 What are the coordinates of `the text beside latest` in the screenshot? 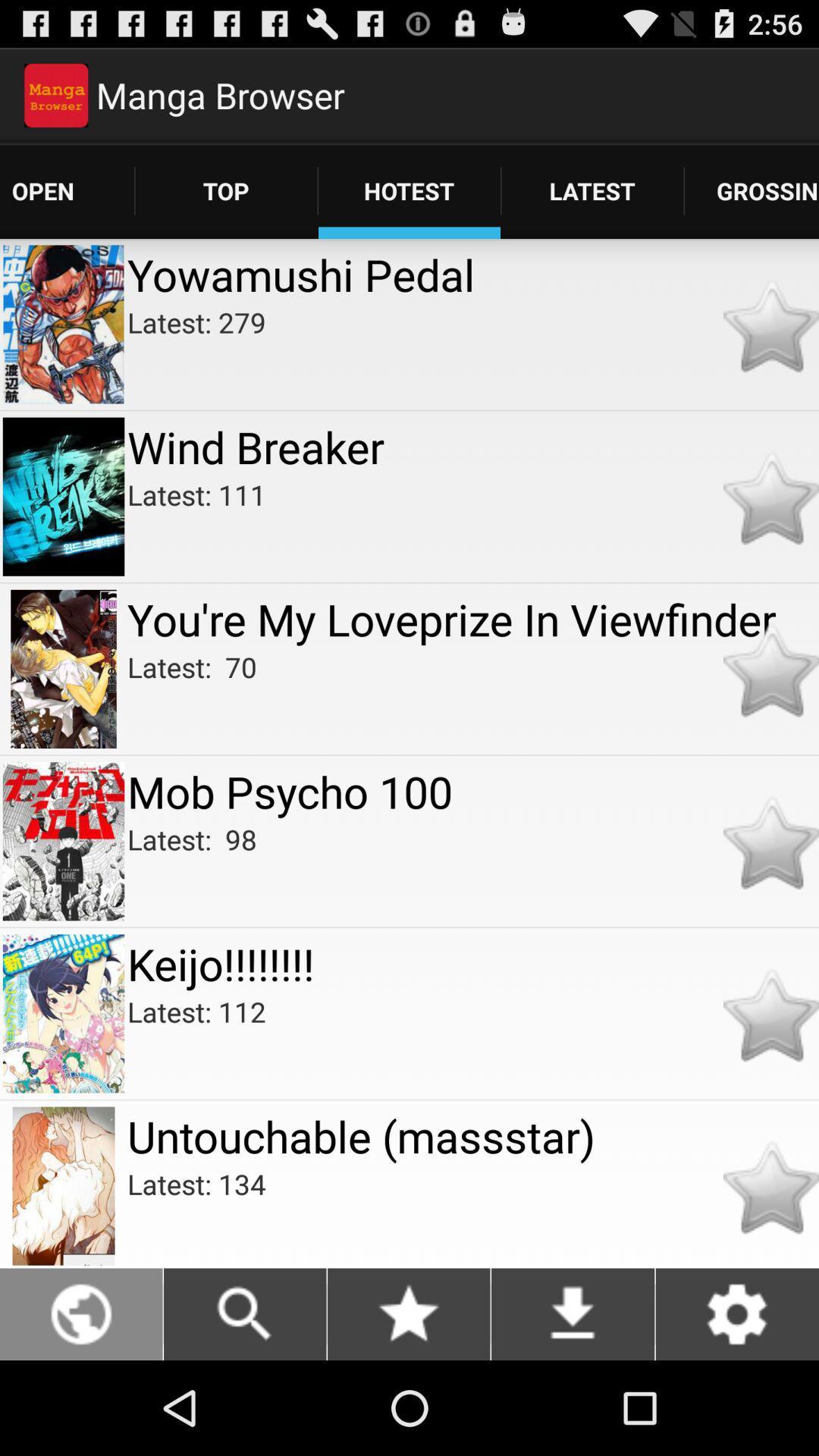 It's located at (752, 190).